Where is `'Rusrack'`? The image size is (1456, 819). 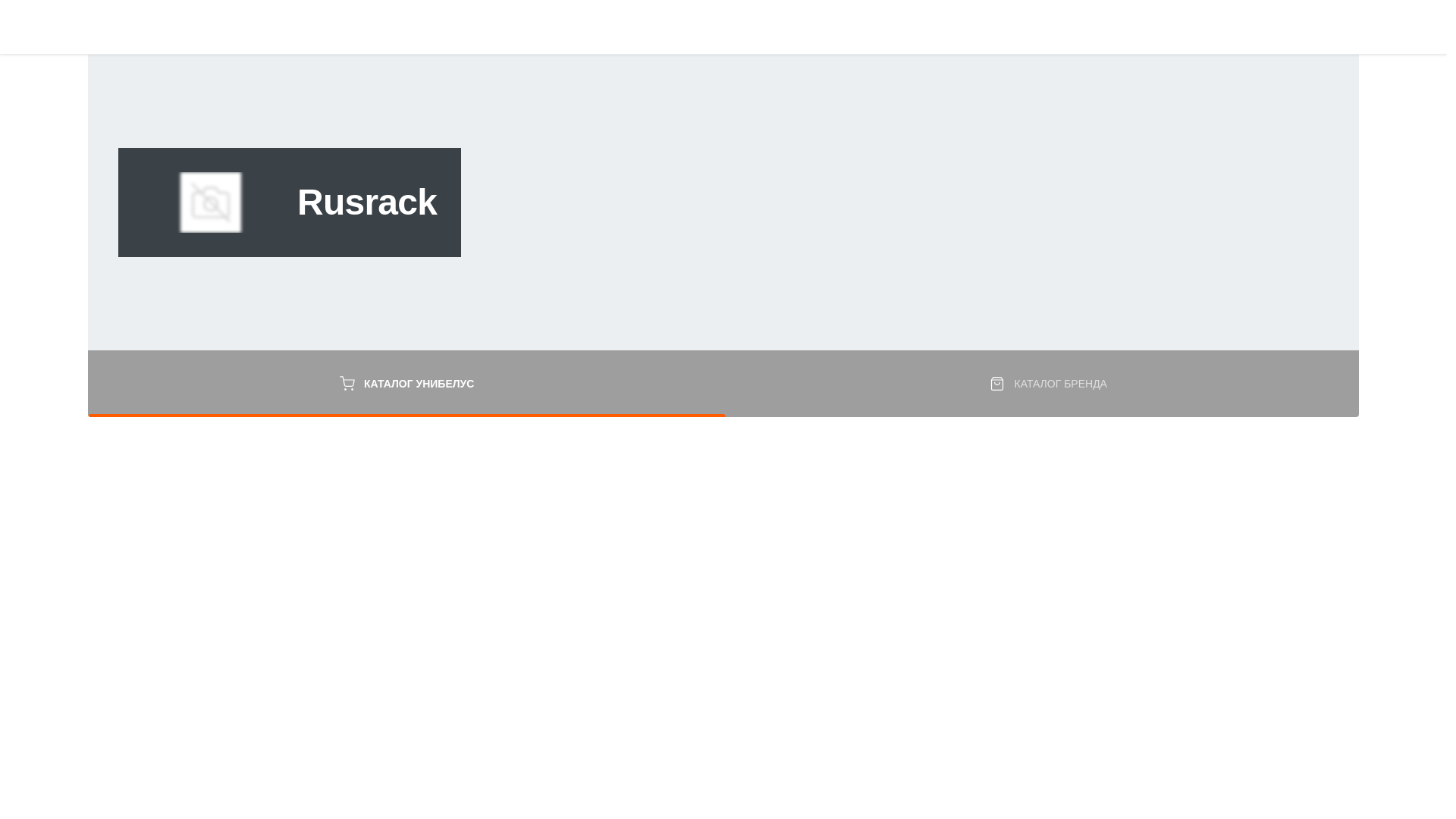
'Rusrack' is located at coordinates (210, 201).